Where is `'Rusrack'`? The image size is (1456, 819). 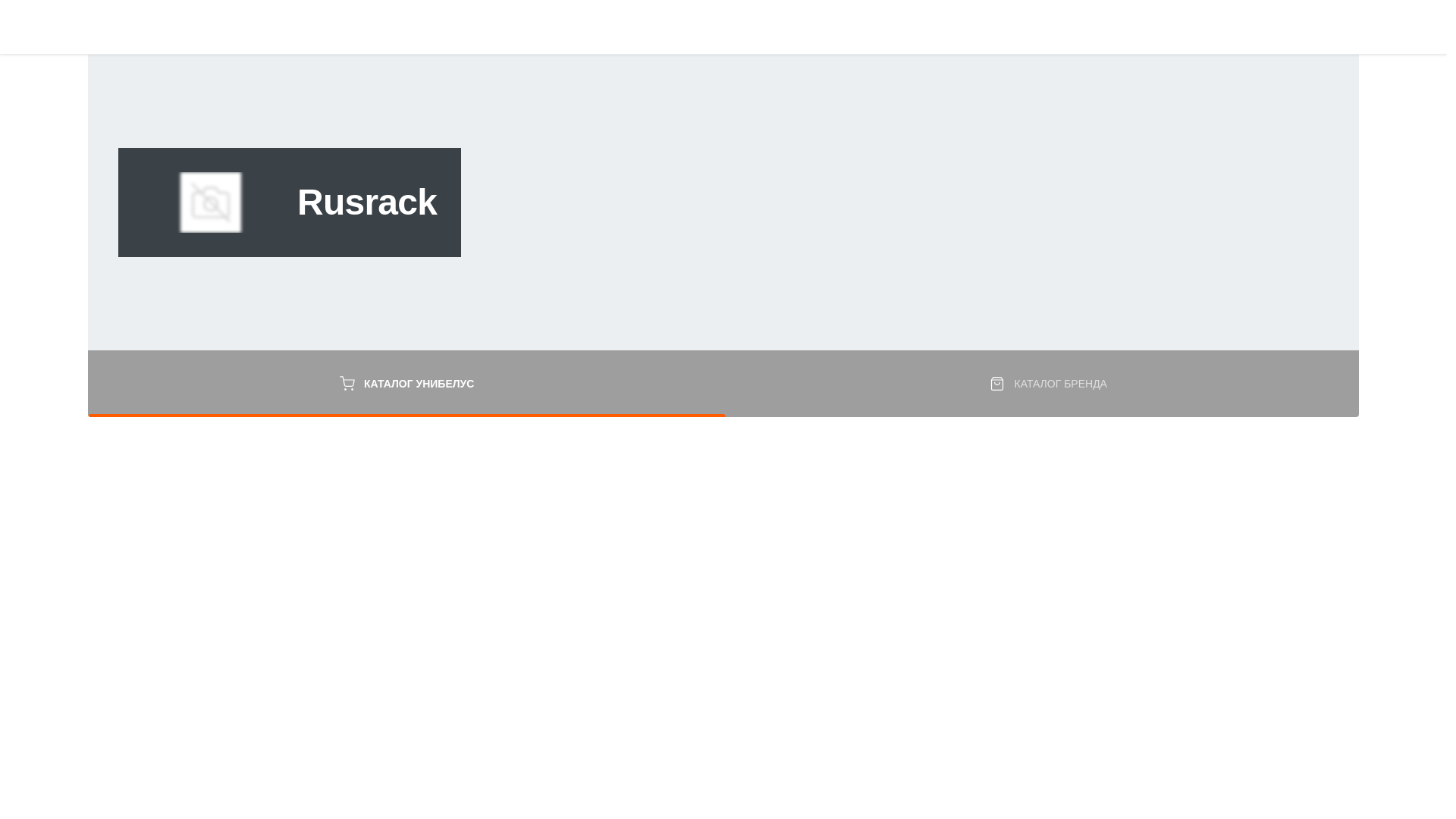
'Rusrack' is located at coordinates (210, 201).